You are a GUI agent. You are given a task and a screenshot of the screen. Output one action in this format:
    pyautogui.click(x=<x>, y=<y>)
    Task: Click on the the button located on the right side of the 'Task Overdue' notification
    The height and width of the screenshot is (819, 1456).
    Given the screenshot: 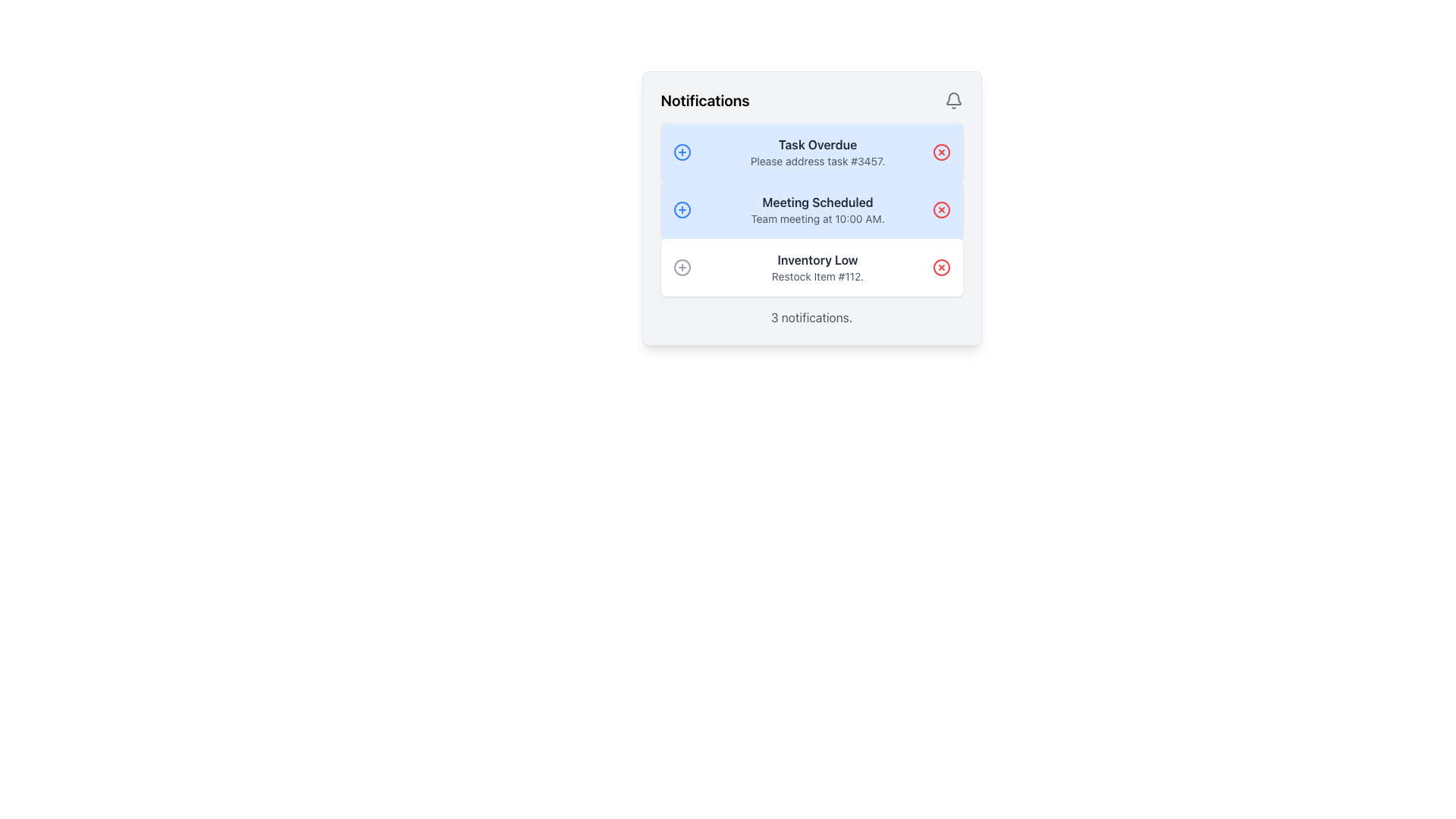 What is the action you would take?
    pyautogui.click(x=940, y=152)
    